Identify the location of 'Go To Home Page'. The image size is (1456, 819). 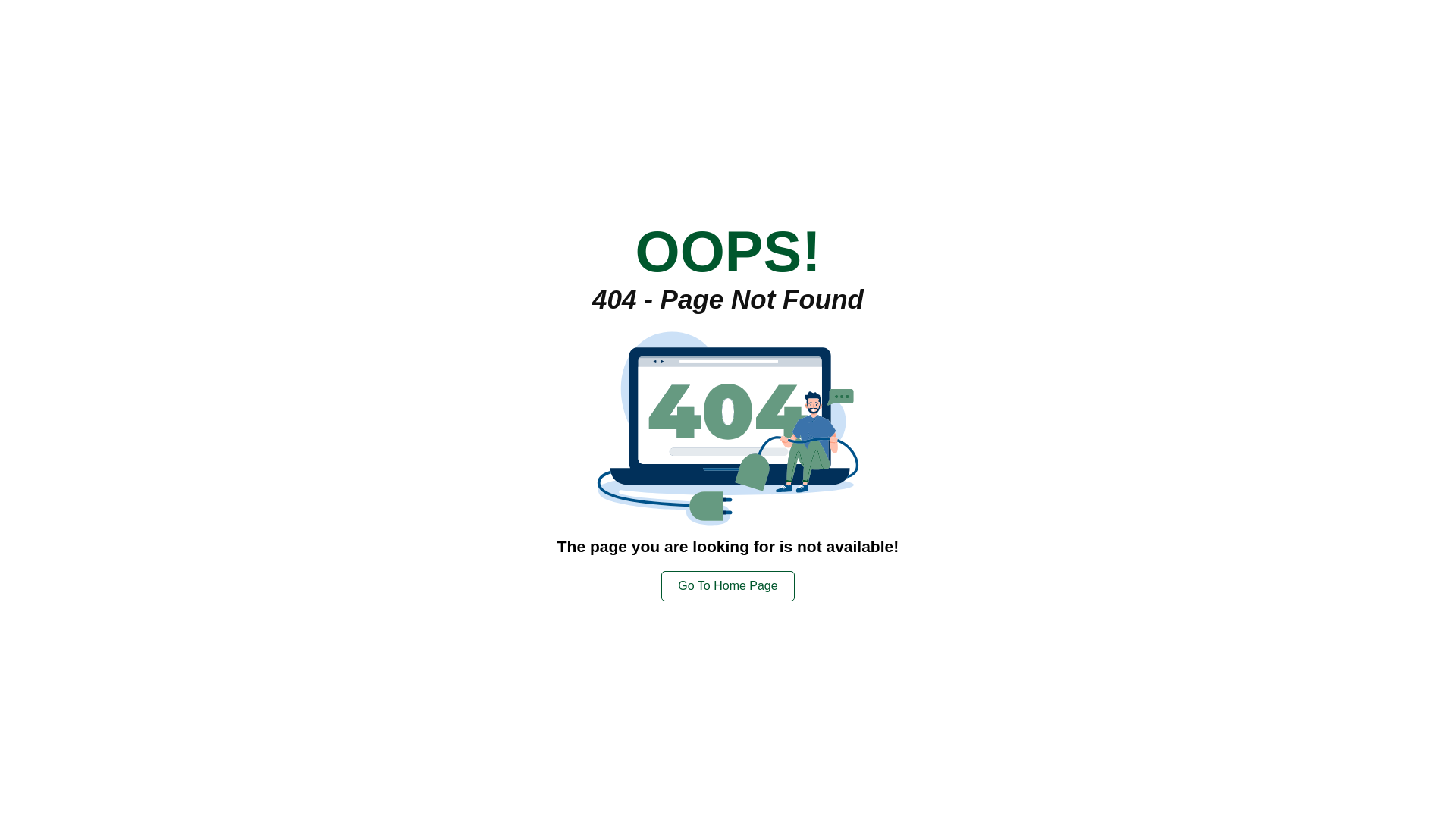
(726, 584).